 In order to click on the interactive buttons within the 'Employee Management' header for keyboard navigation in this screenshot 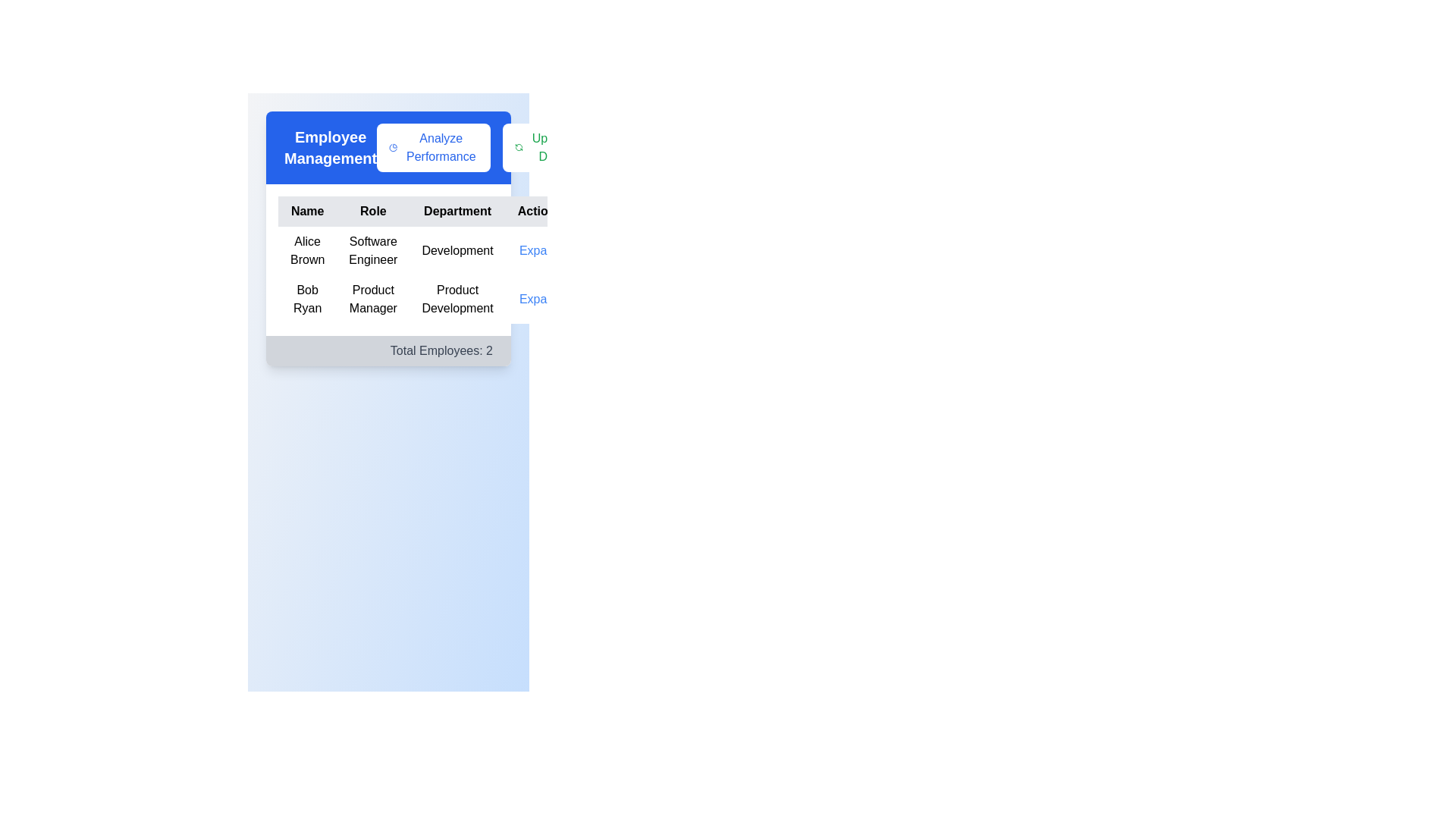, I will do `click(388, 148)`.